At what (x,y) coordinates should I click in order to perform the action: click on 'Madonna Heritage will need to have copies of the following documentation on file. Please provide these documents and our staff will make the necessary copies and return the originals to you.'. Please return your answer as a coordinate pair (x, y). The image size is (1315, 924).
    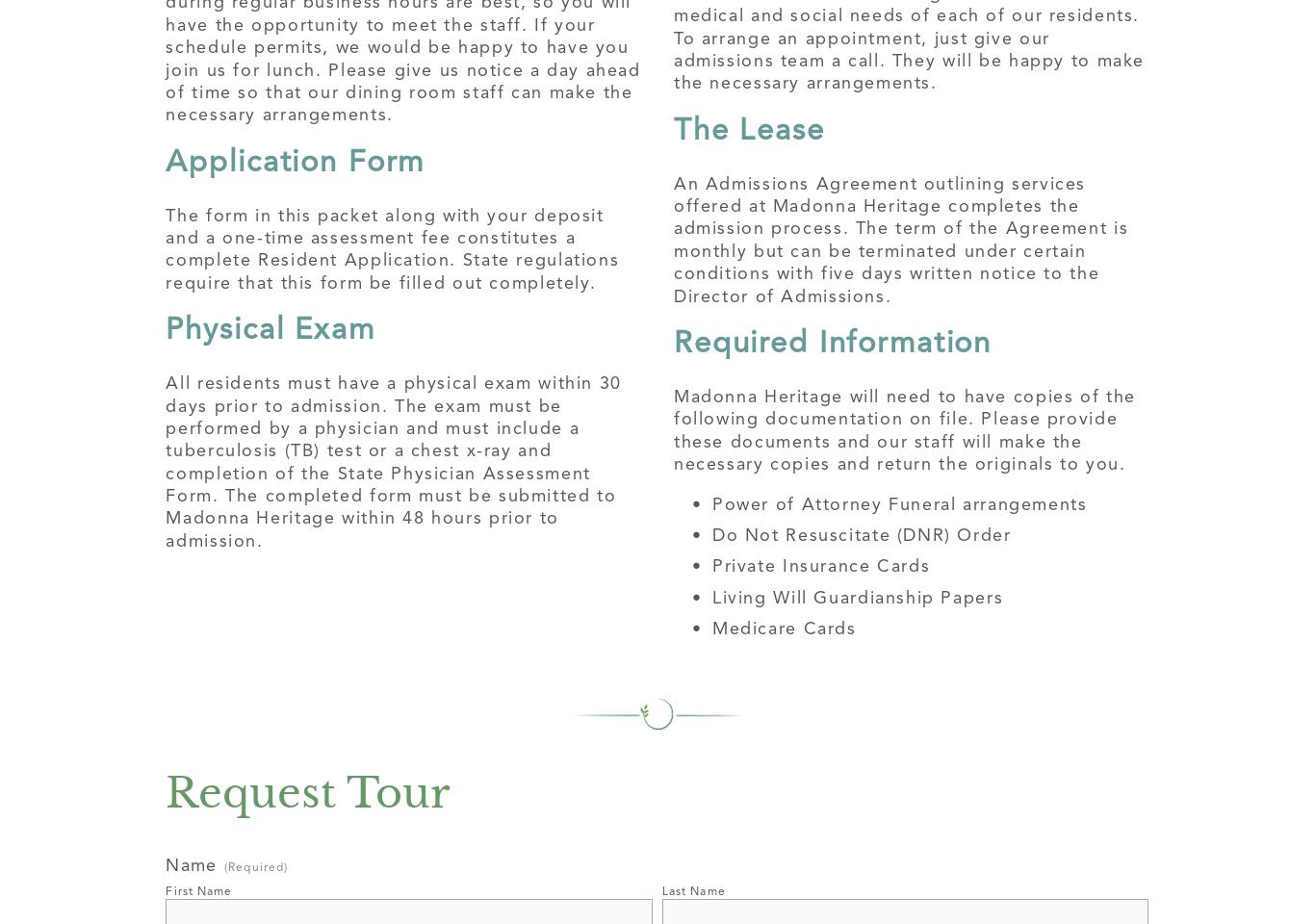
    Looking at the image, I should click on (907, 429).